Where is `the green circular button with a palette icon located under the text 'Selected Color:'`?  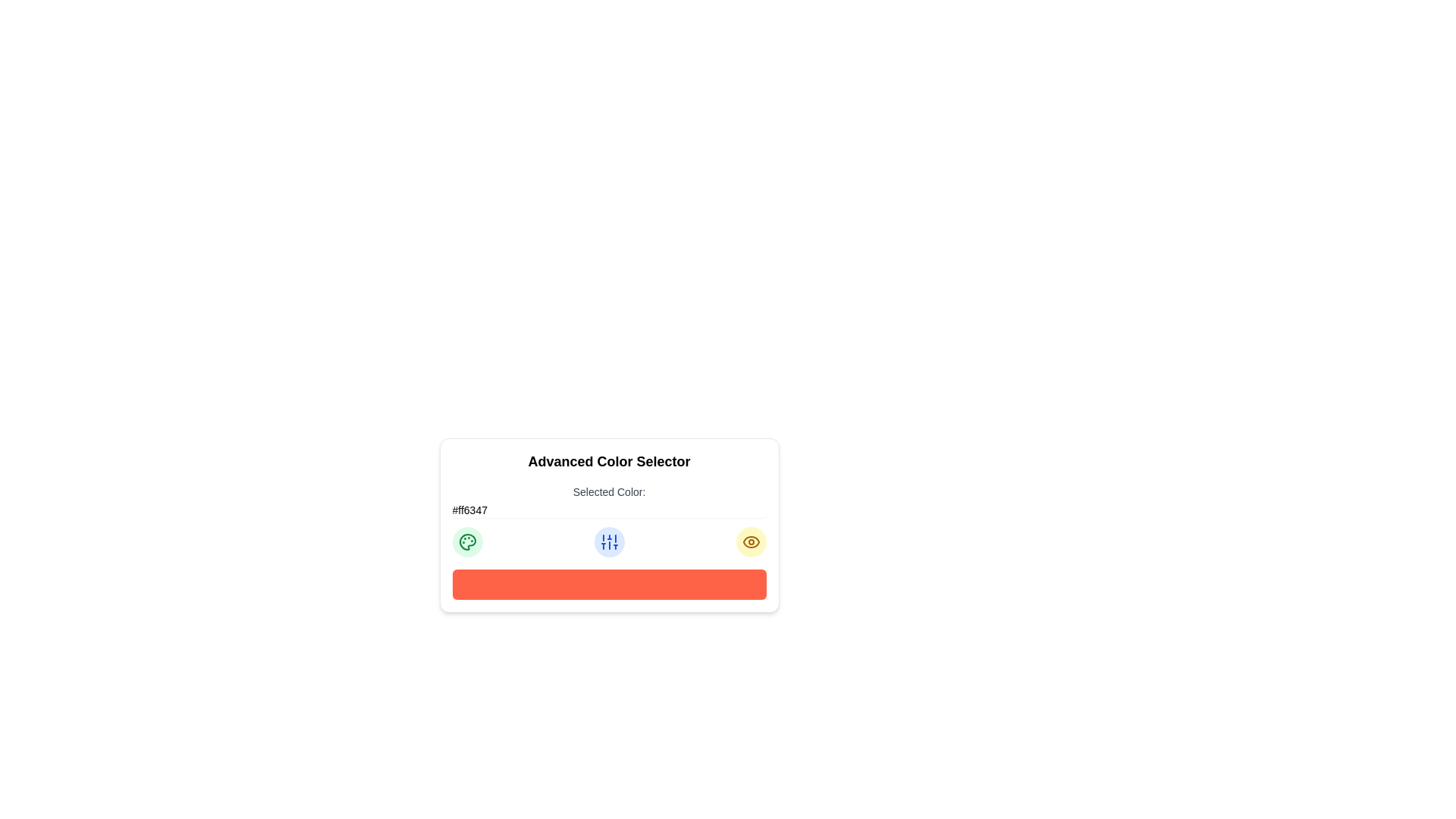 the green circular button with a palette icon located under the text 'Selected Color:' is located at coordinates (466, 541).